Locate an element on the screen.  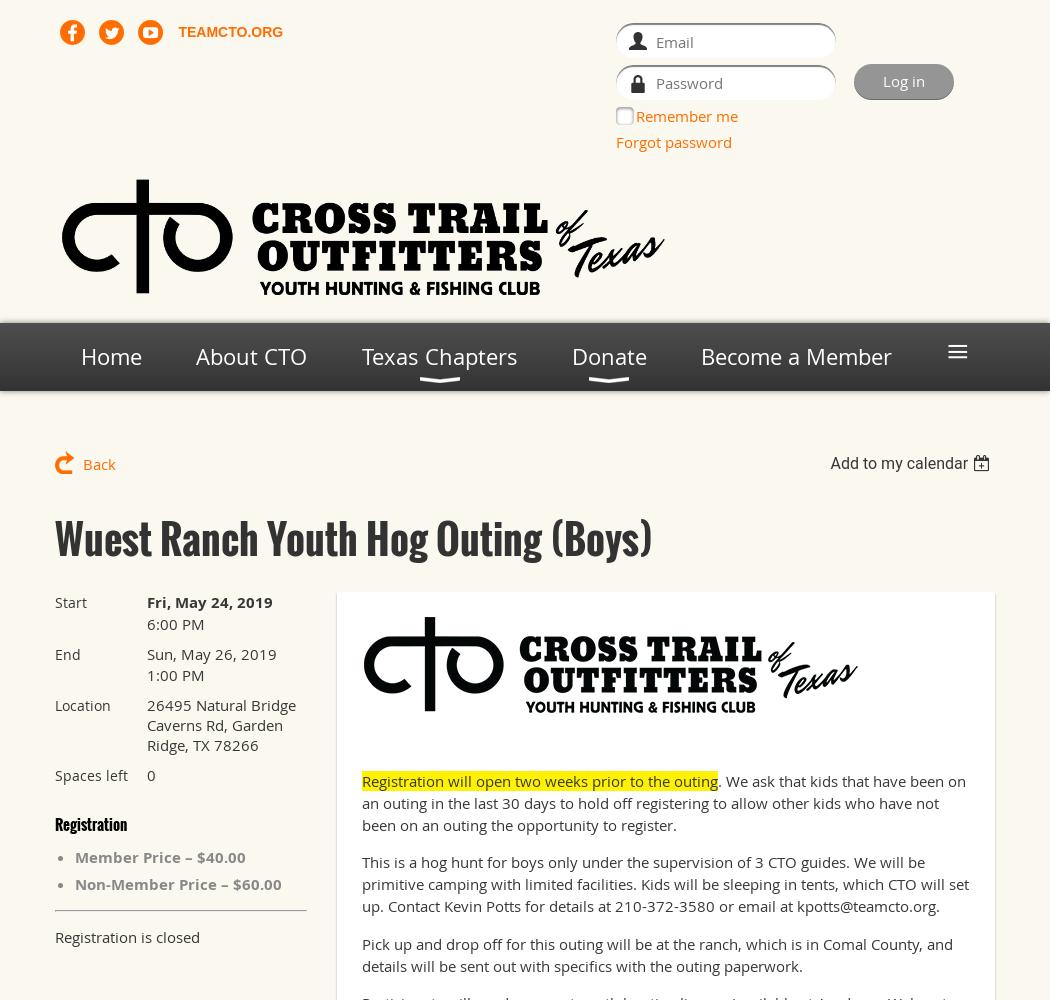
'Member Price – $40.00' is located at coordinates (160, 855).